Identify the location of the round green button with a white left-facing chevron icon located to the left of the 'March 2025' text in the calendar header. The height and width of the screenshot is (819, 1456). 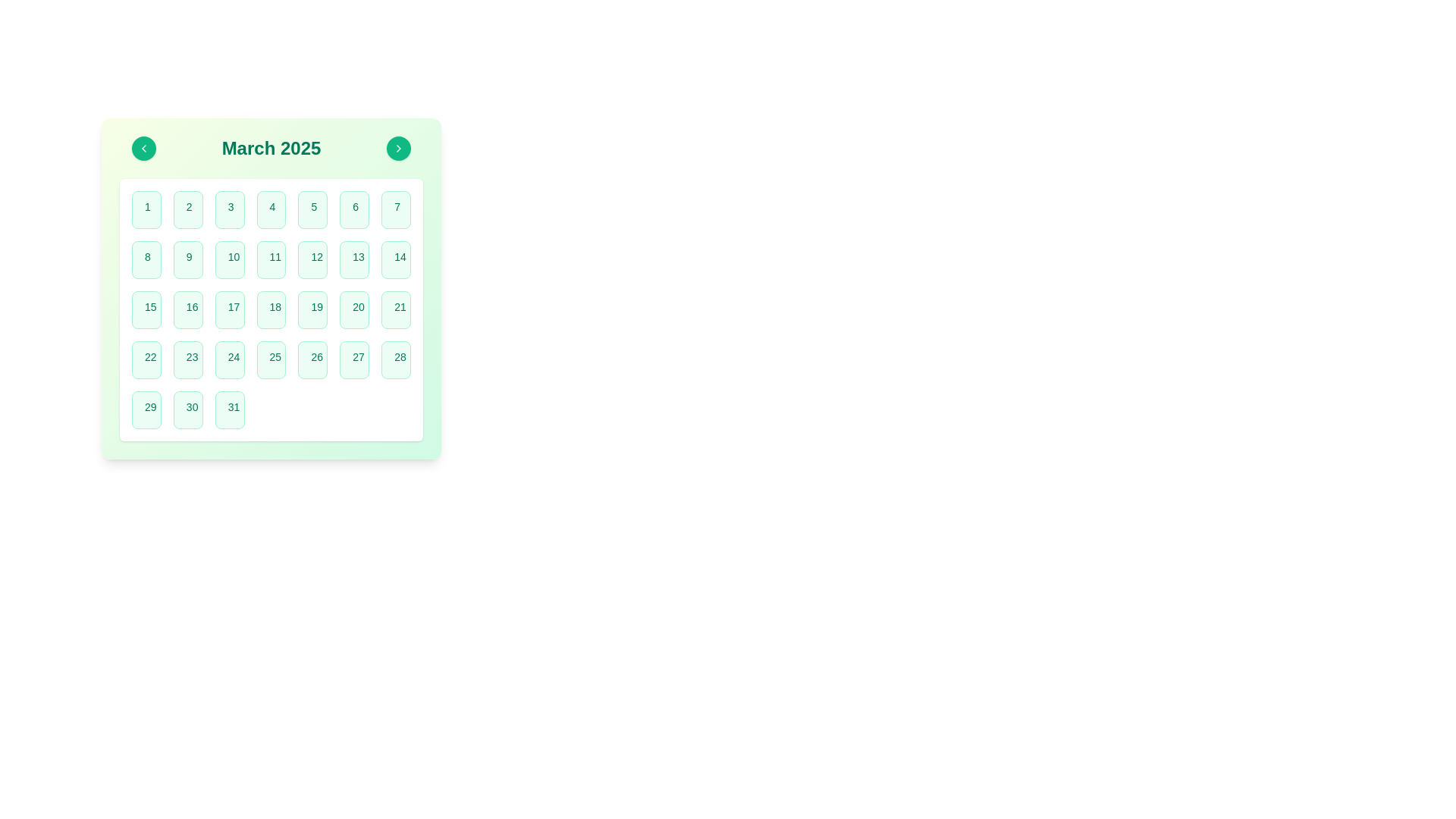
(144, 149).